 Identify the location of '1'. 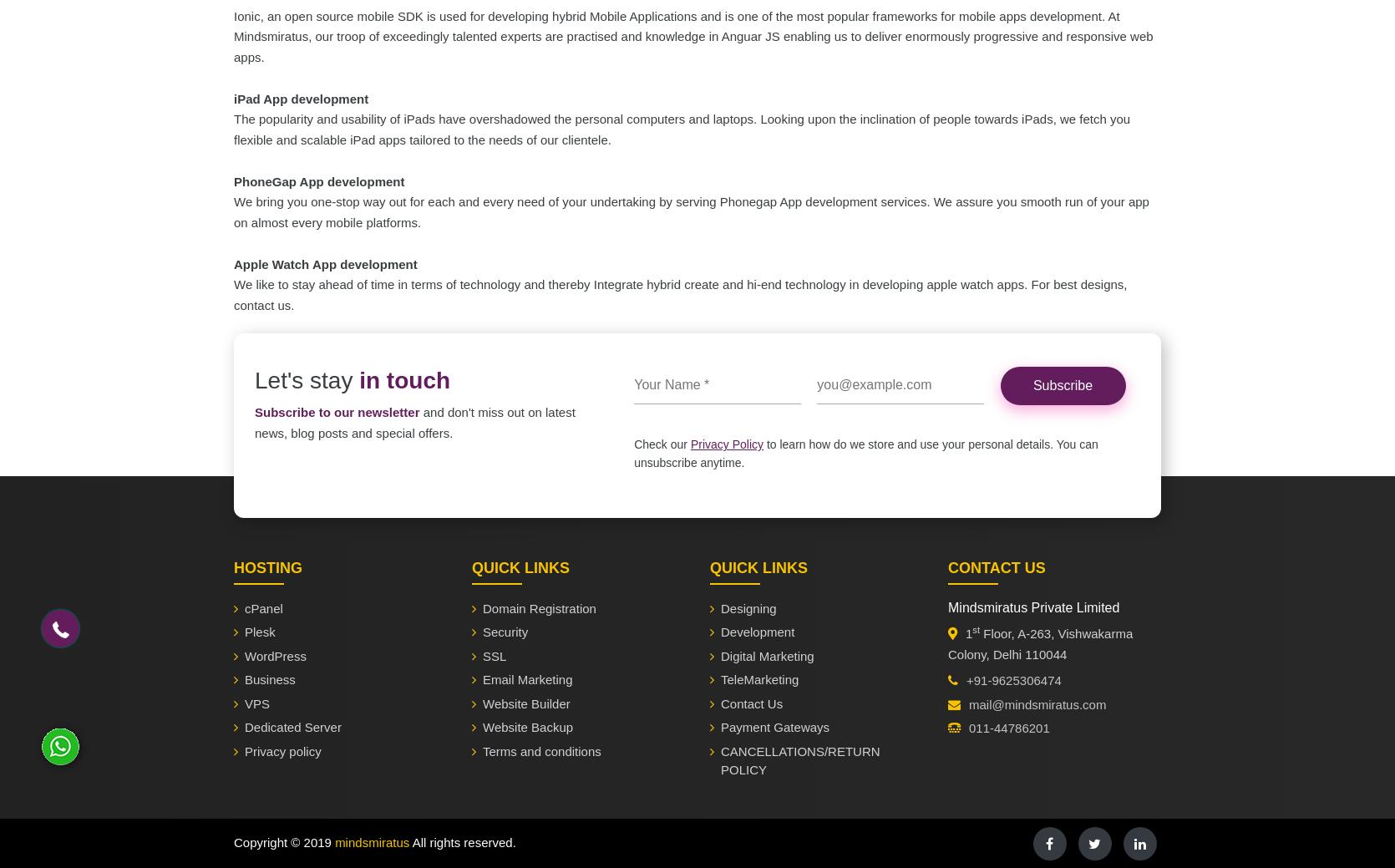
(967, 632).